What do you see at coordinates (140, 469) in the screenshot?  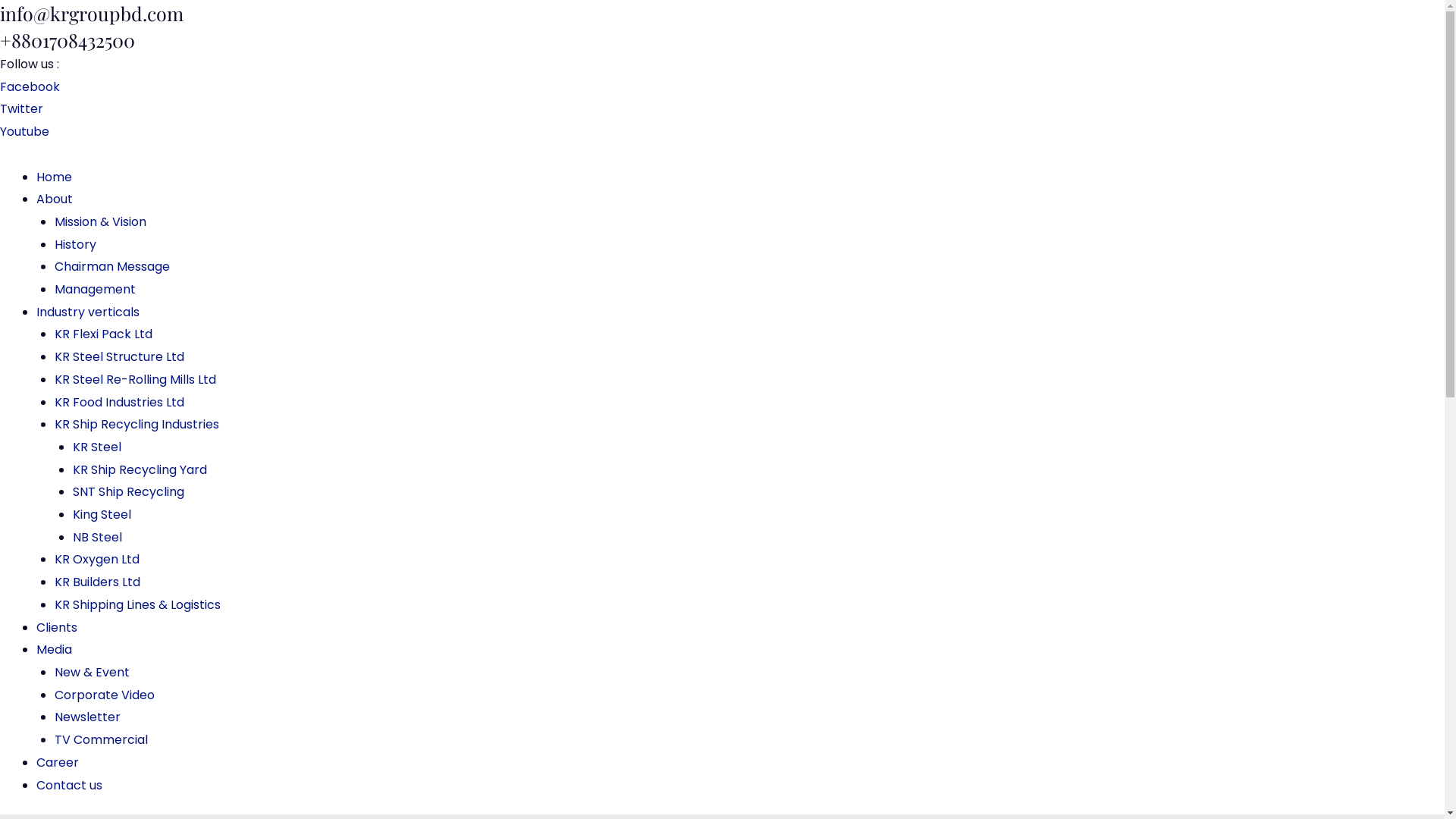 I see `'KR Ship Recycling Yard'` at bounding box center [140, 469].